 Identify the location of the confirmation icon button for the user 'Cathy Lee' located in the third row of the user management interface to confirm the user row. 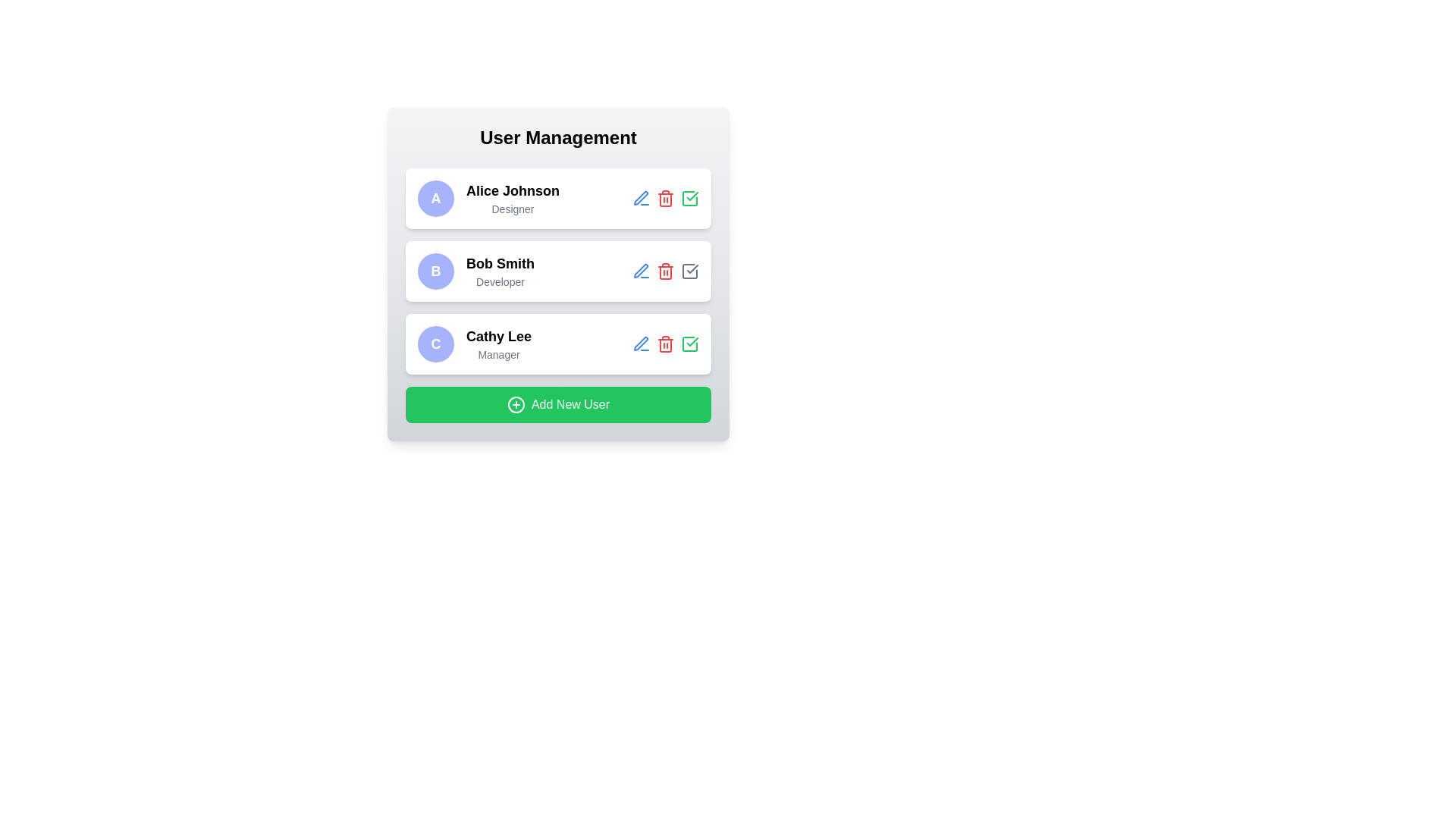
(692, 342).